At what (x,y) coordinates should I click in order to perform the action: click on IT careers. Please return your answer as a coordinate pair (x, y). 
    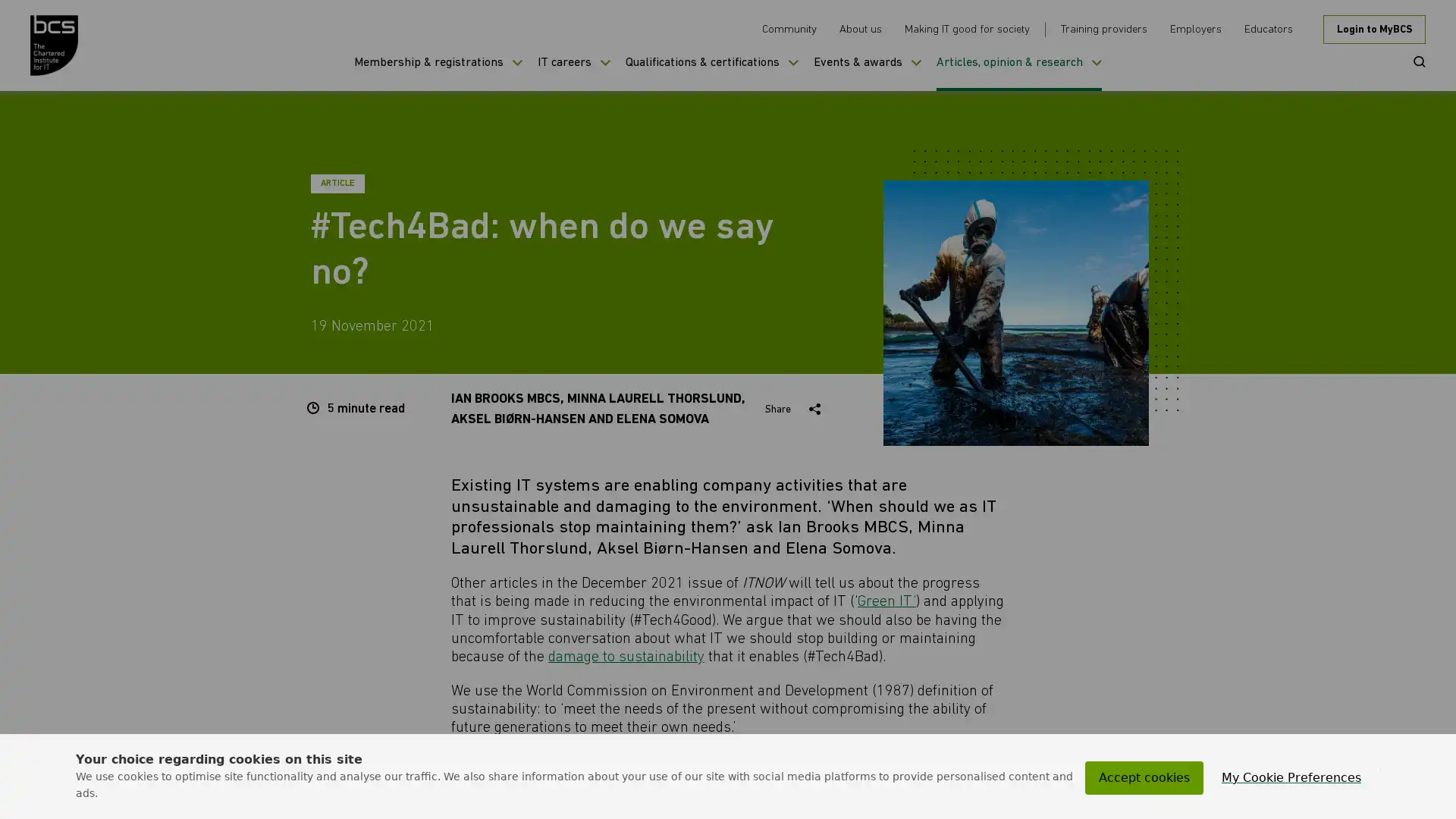
    Looking at the image, I should click on (573, 73).